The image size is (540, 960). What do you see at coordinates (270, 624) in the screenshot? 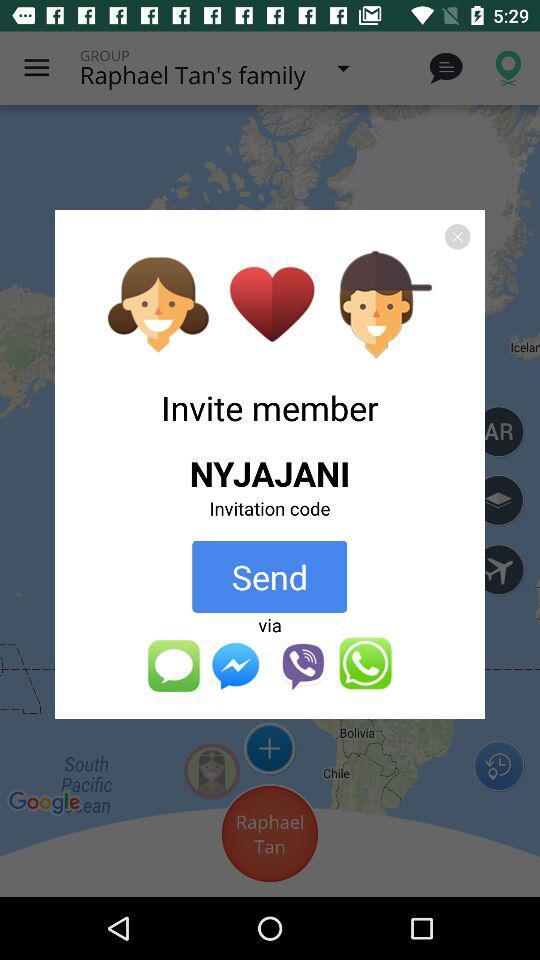
I see `the button below the send button` at bounding box center [270, 624].